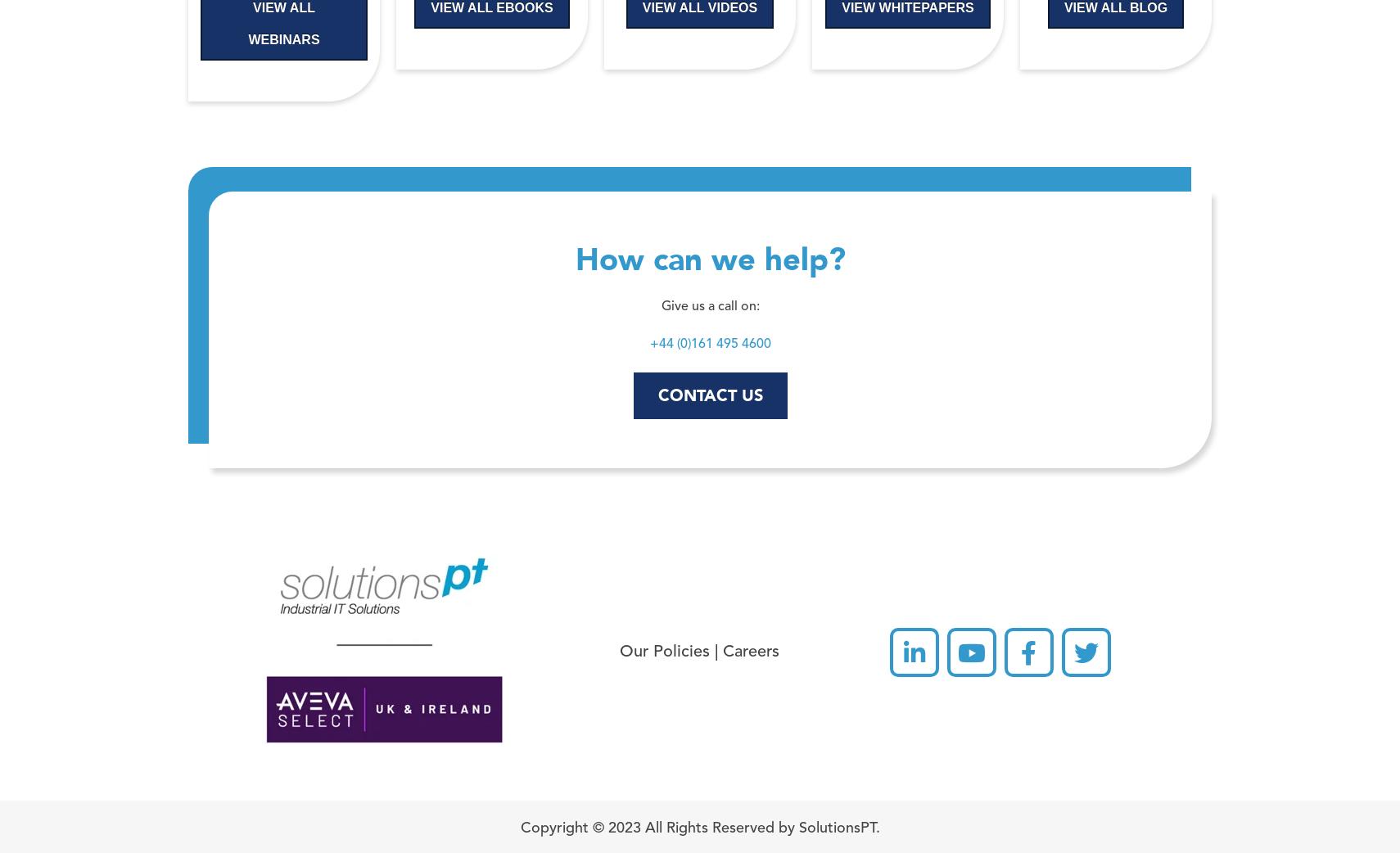 The height and width of the screenshot is (853, 1400). I want to click on '+44 (0)161 495 4600', so click(708, 343).